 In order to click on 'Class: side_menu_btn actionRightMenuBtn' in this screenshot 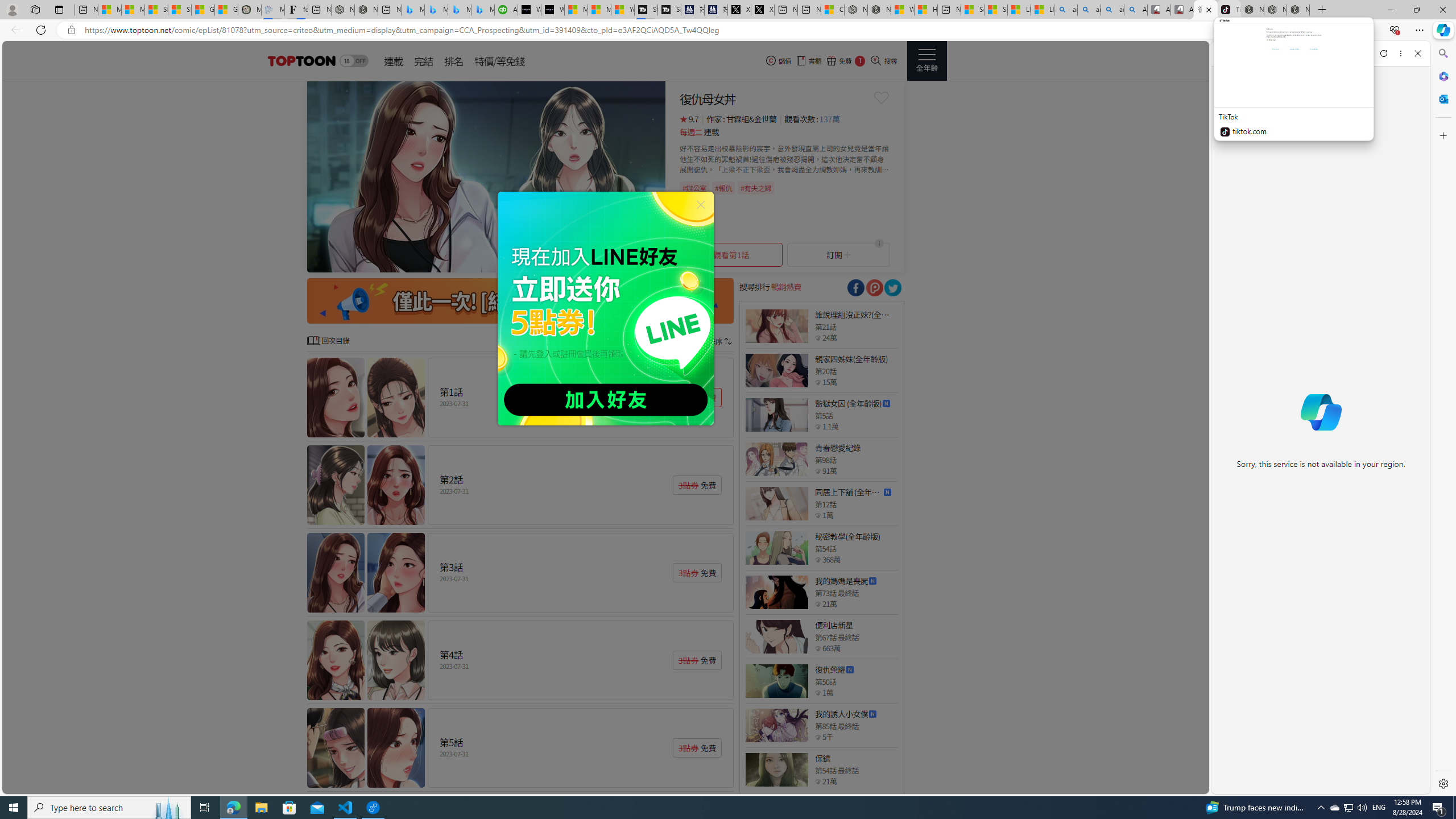, I will do `click(926, 61)`.